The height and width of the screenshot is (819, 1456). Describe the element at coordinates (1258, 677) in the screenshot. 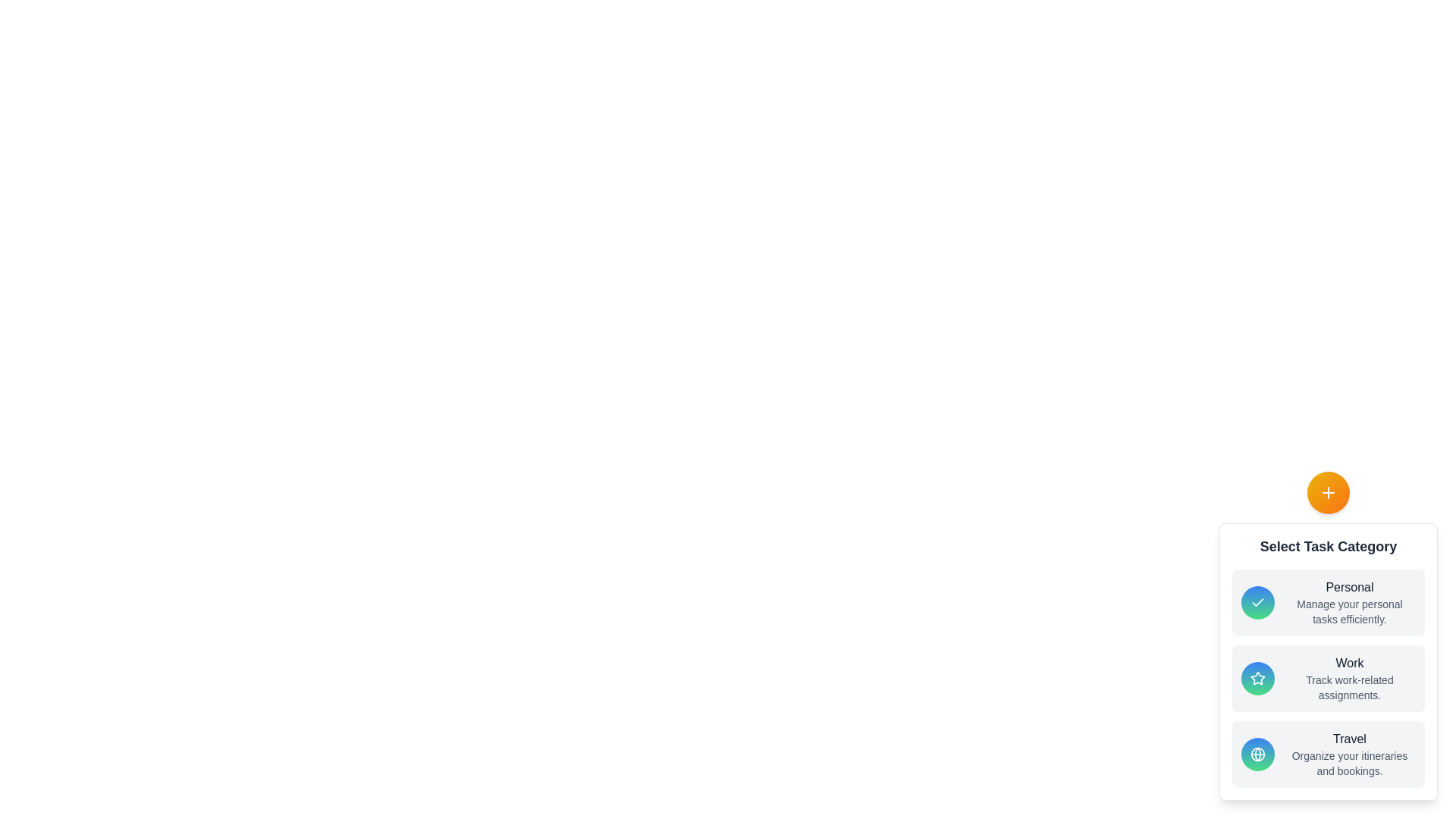

I see `the icon for Work to interact with it` at that location.